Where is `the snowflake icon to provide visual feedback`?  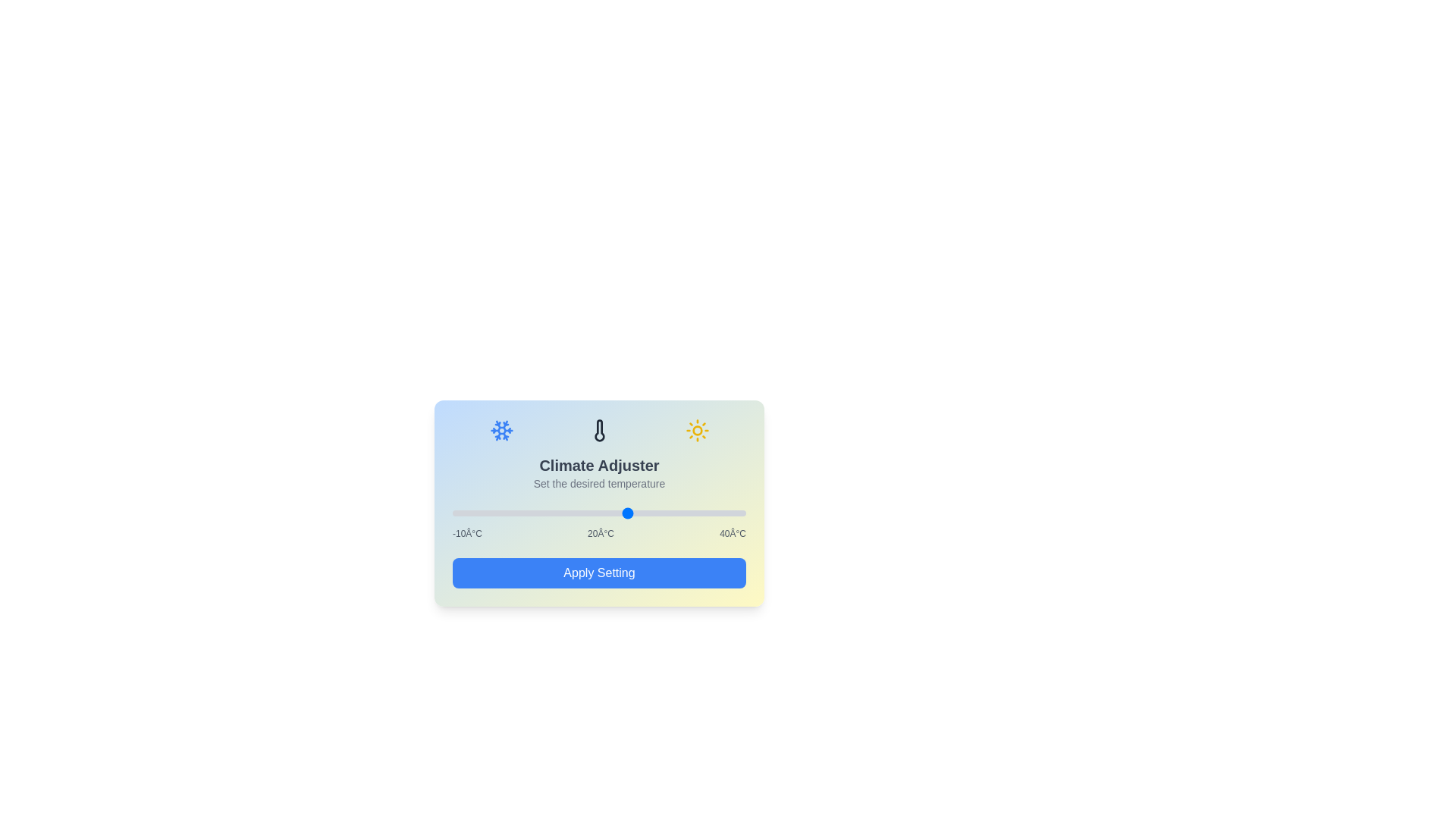 the snowflake icon to provide visual feedback is located at coordinates (501, 430).